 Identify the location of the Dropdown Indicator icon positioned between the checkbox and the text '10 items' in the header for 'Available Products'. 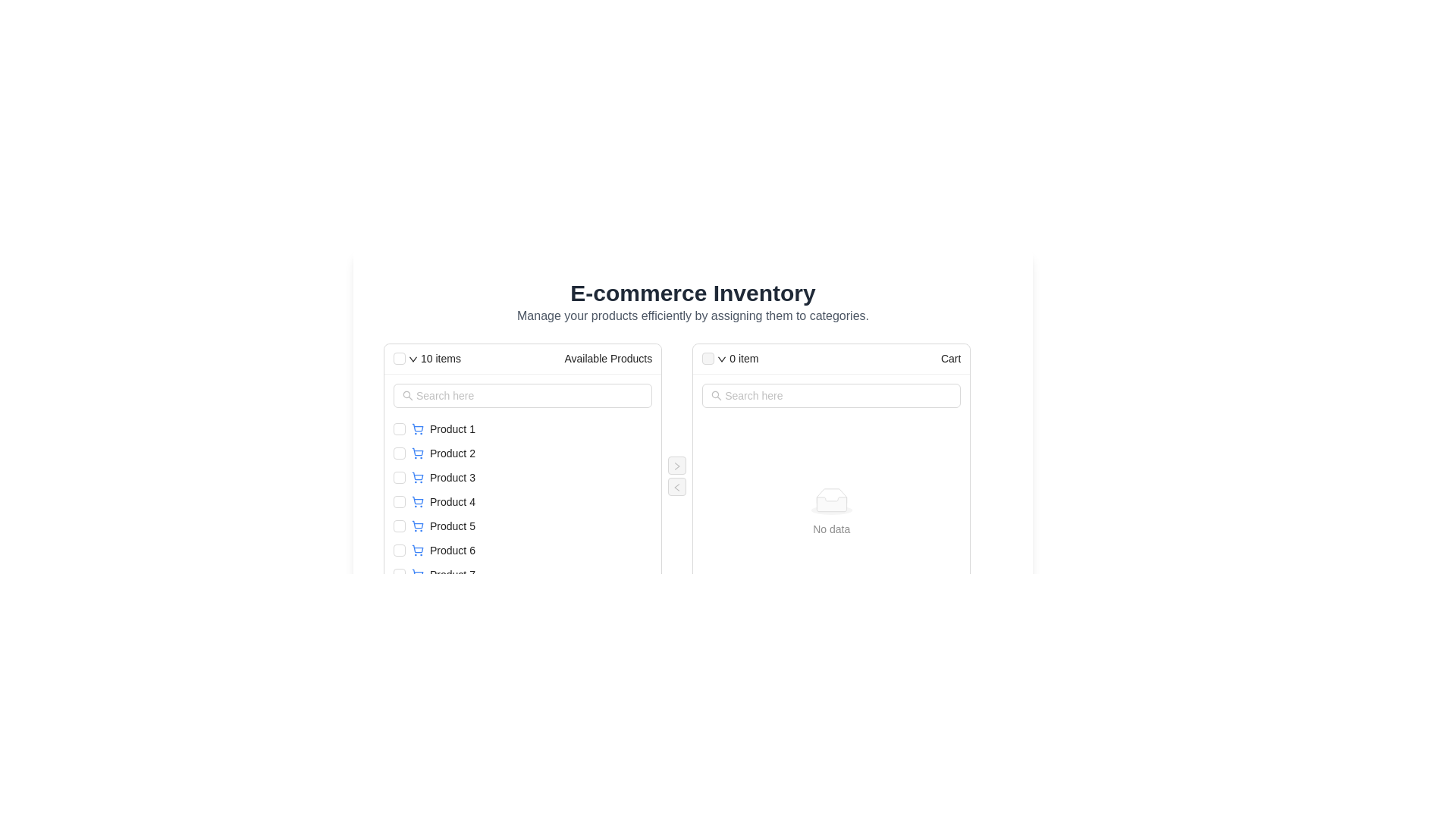
(413, 359).